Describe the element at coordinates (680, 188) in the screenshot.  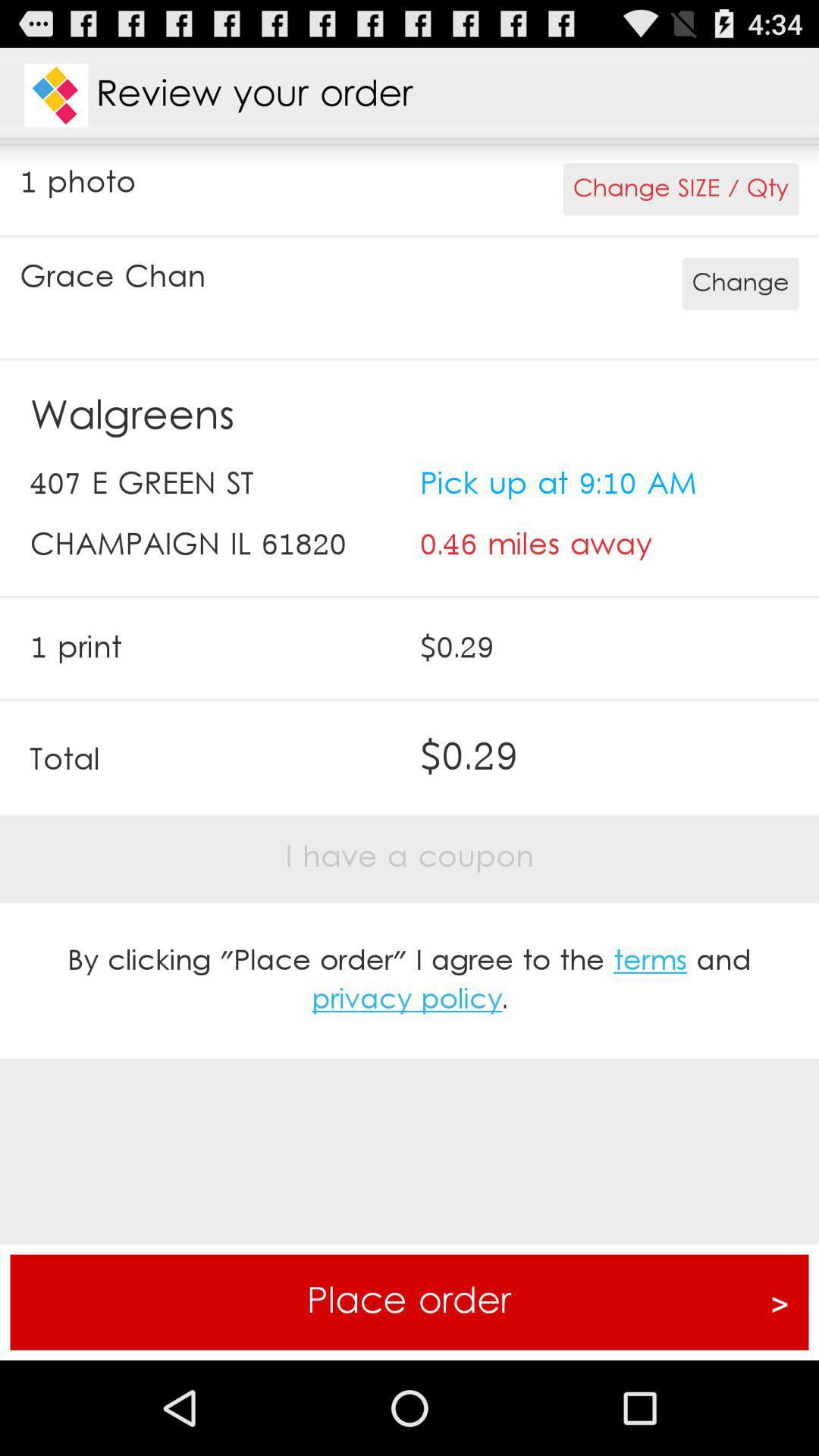
I see `app to the right of the 1 photo app` at that location.